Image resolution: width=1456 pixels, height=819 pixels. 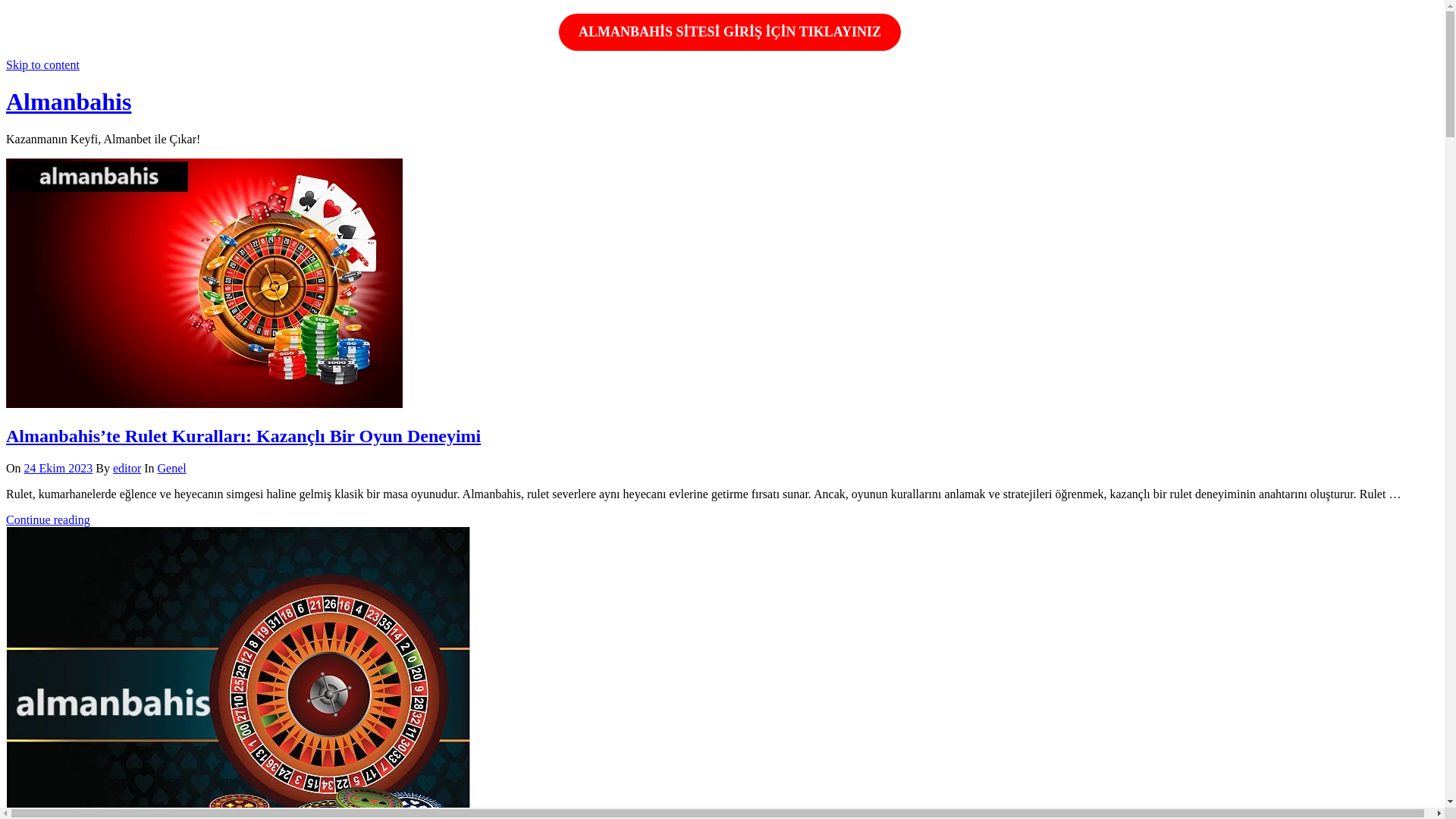 I want to click on 'Continue reading', so click(x=48, y=519).